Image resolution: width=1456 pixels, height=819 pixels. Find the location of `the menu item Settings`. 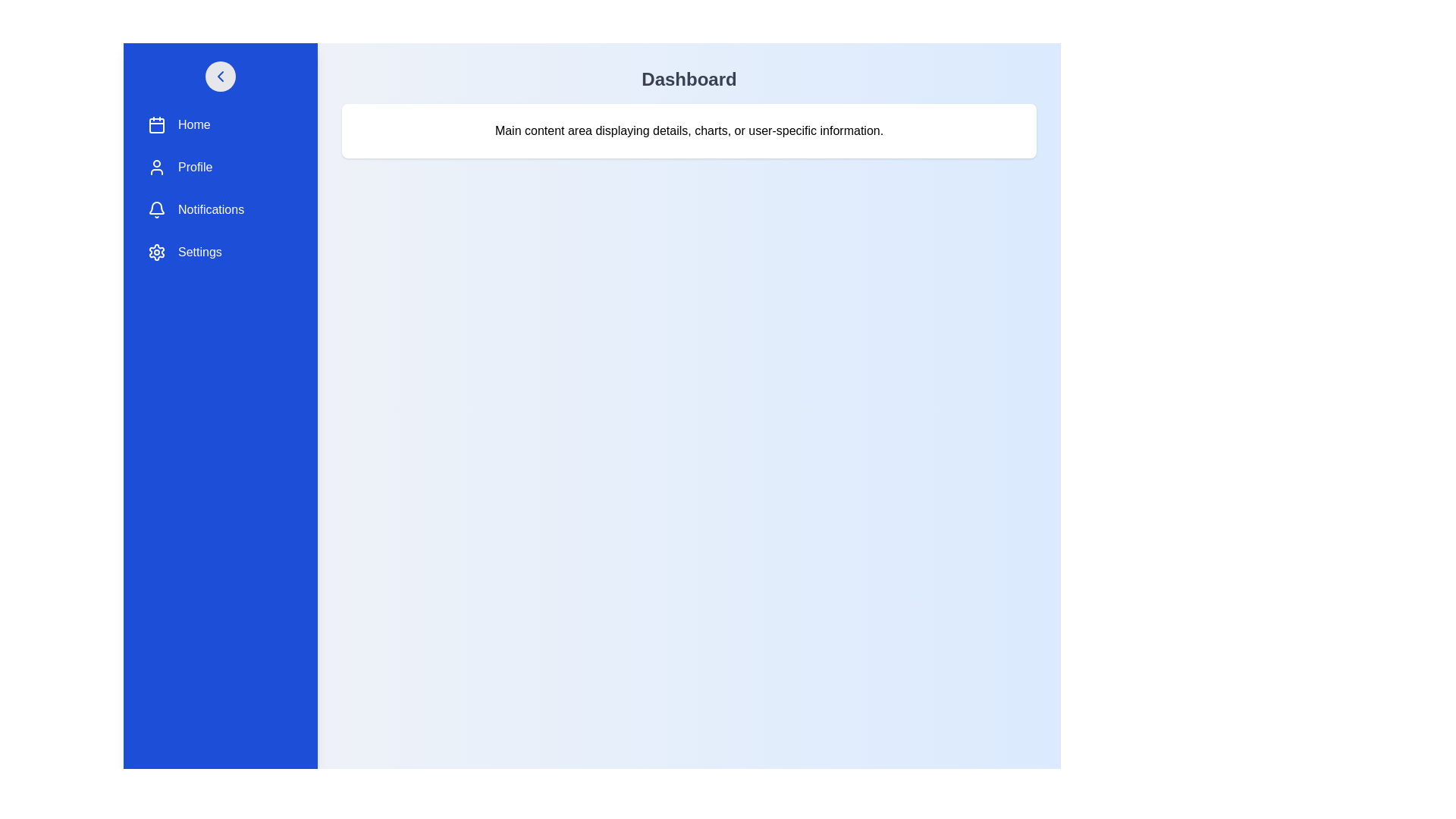

the menu item Settings is located at coordinates (220, 251).